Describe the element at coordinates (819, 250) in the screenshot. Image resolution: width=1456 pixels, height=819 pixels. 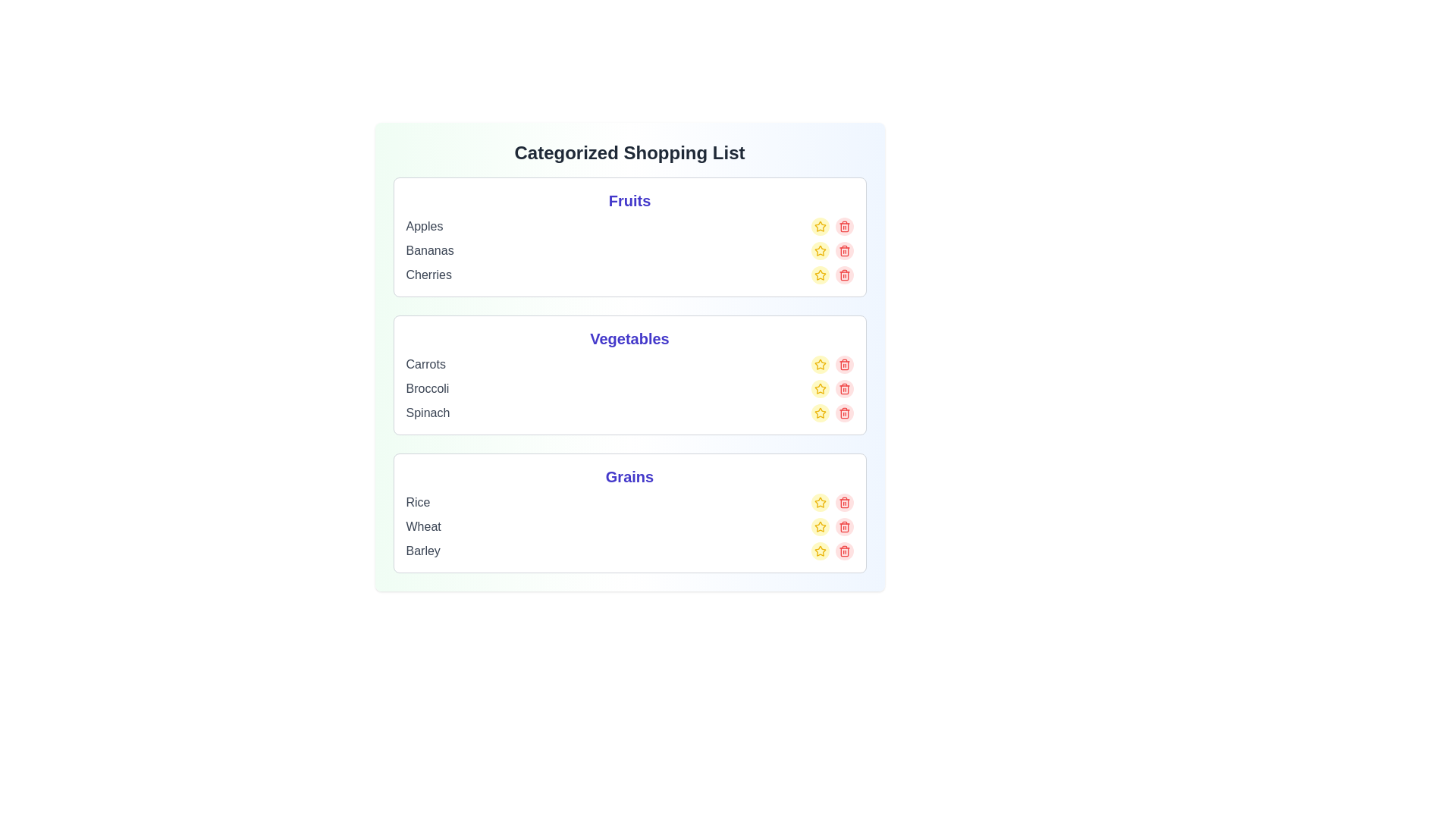
I see `the star icon of the item Bananas to mark it as favorite` at that location.